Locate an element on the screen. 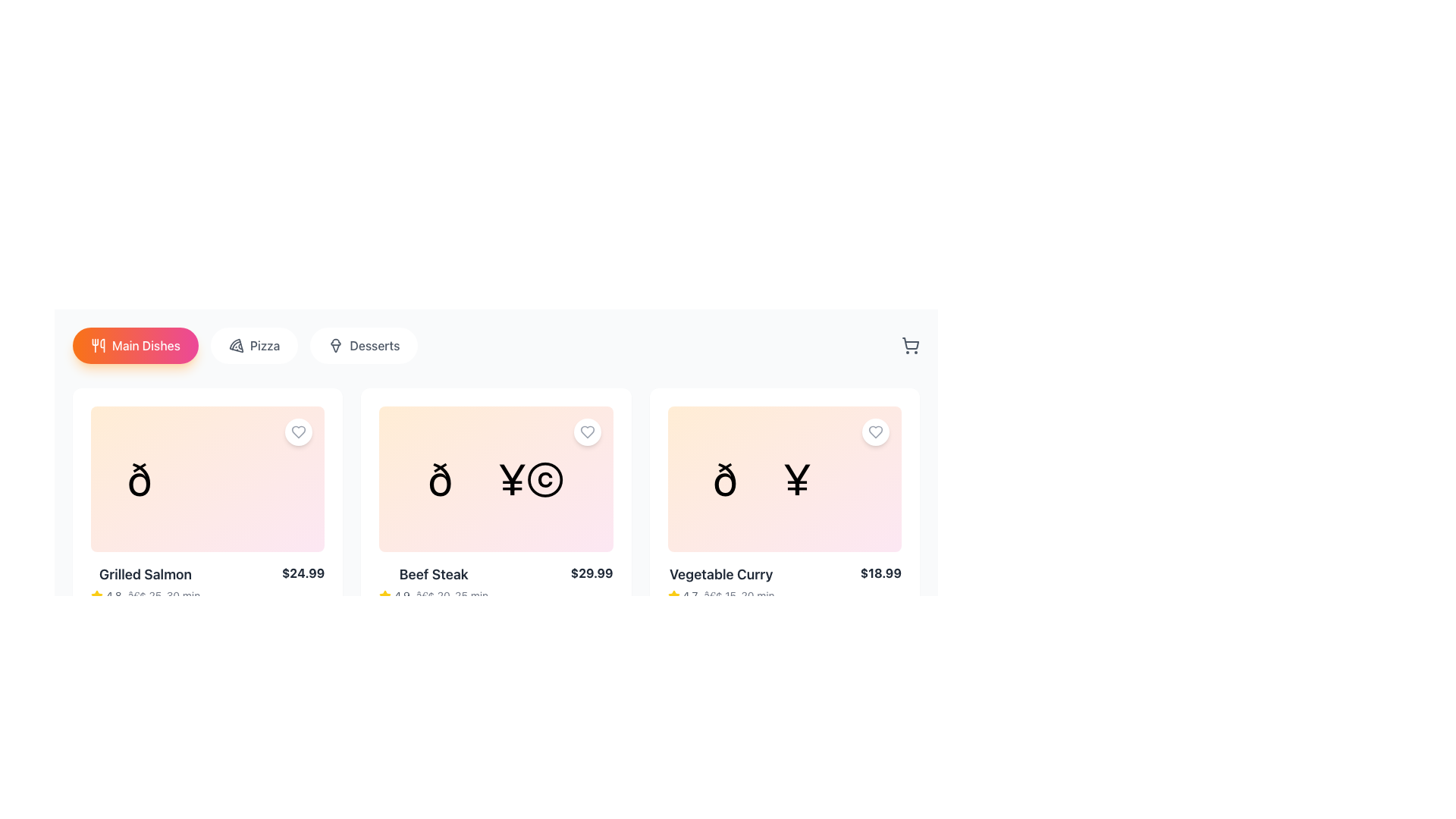 This screenshot has height=819, width=1456. the dessert navigation button, which is the third button in a horizontal group is located at coordinates (364, 345).